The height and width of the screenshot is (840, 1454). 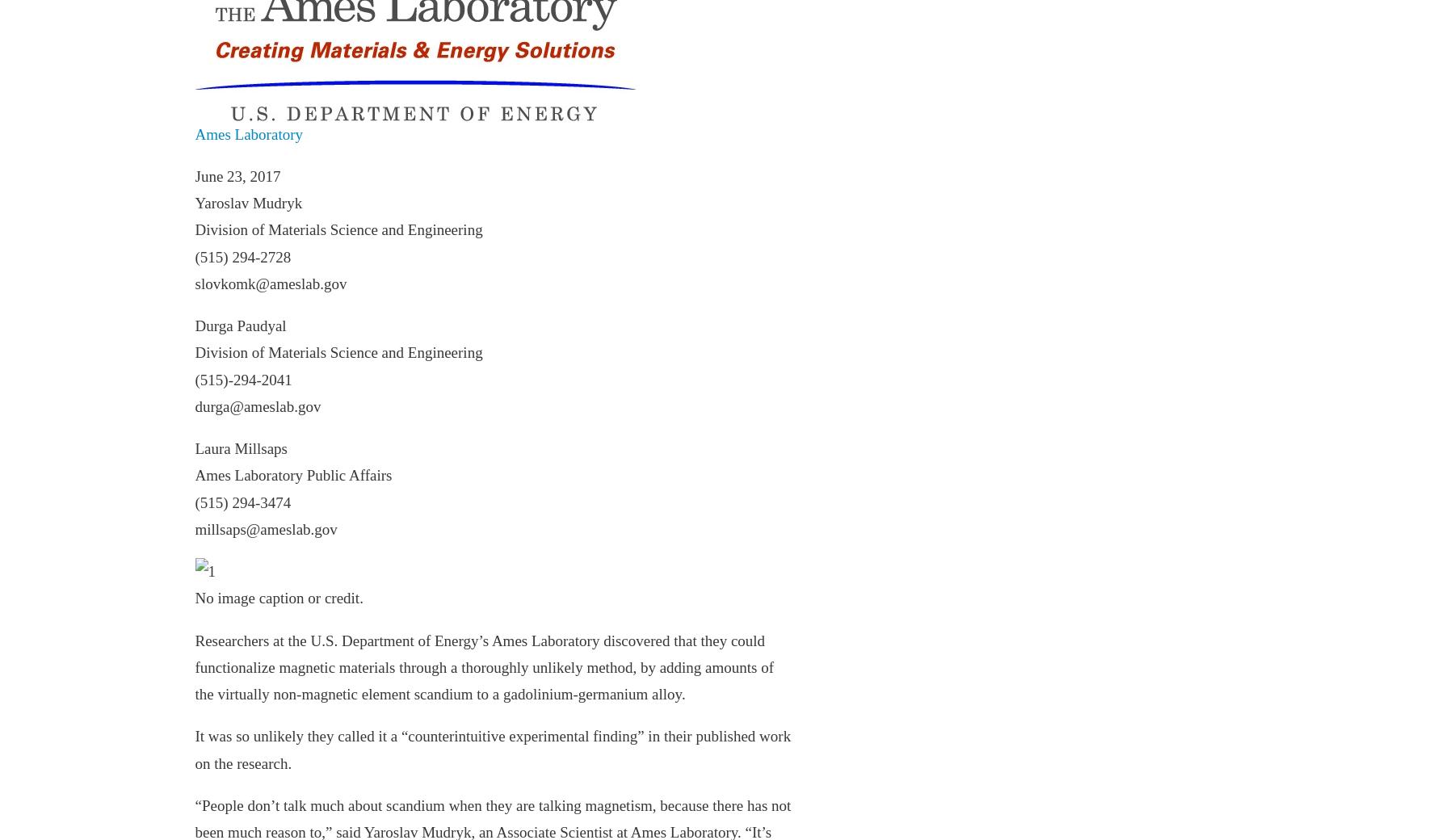 I want to click on '(515)-294-2041', so click(x=242, y=379).